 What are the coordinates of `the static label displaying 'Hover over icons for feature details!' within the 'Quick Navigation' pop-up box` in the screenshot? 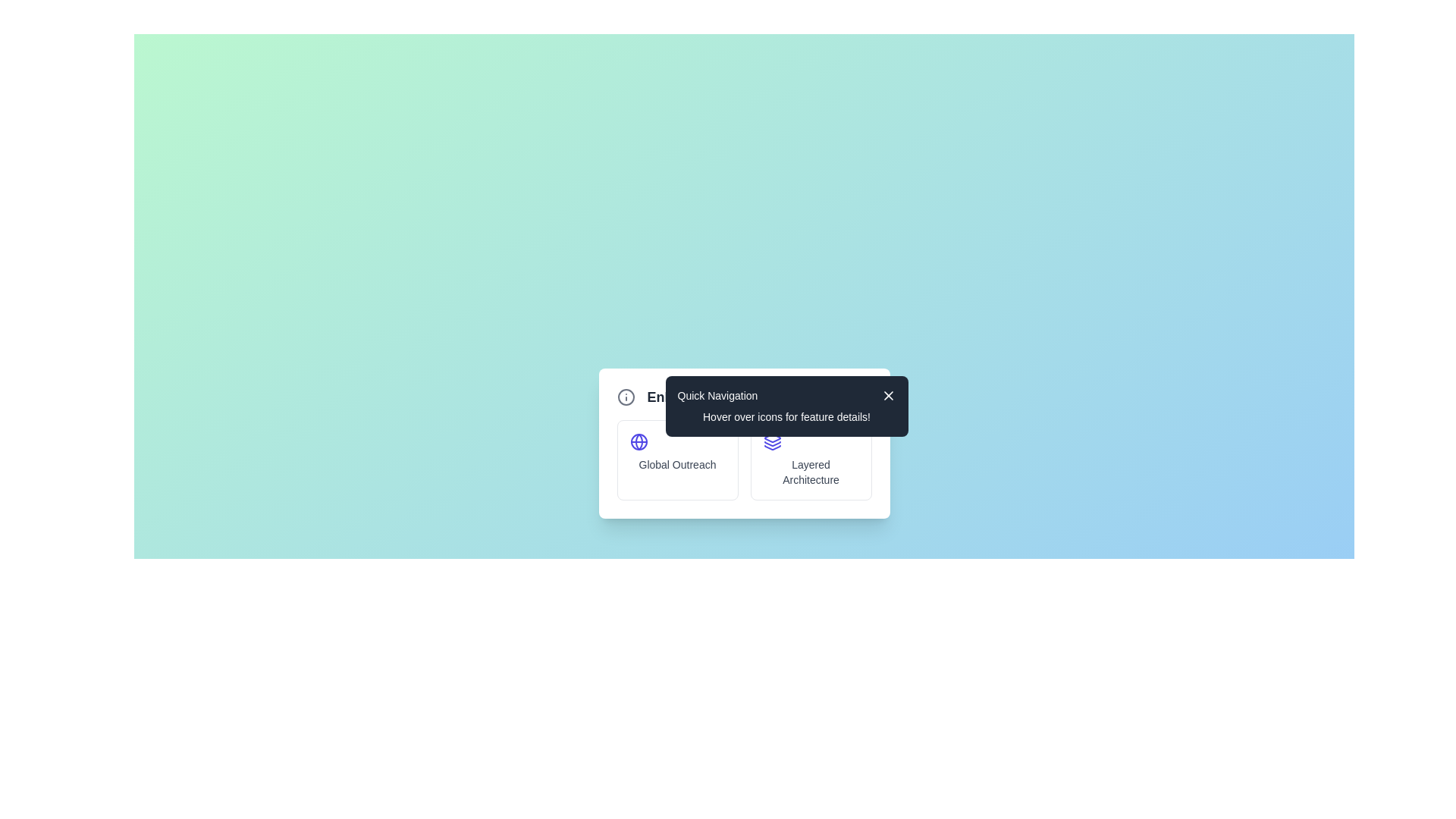 It's located at (786, 417).